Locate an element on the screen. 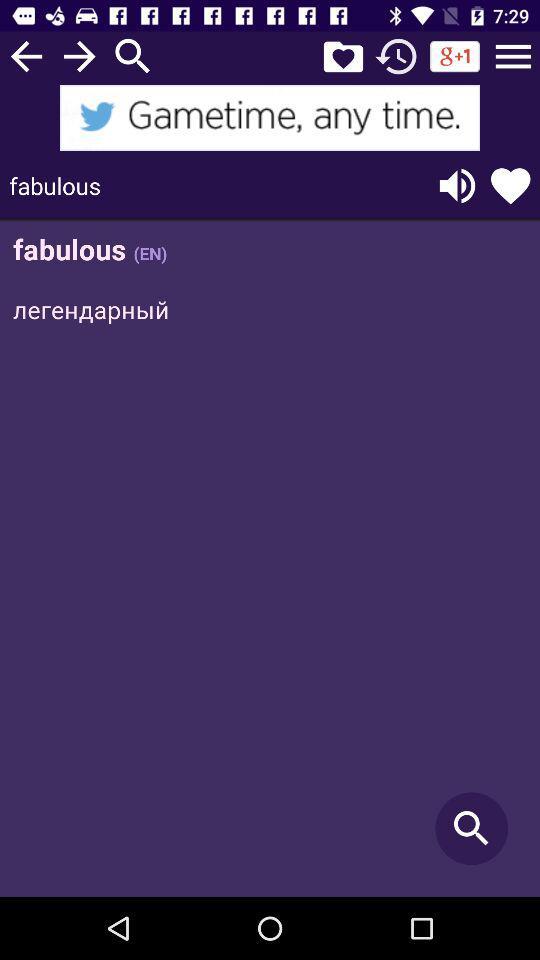 The height and width of the screenshot is (960, 540). the arrow_forward icon is located at coordinates (78, 55).